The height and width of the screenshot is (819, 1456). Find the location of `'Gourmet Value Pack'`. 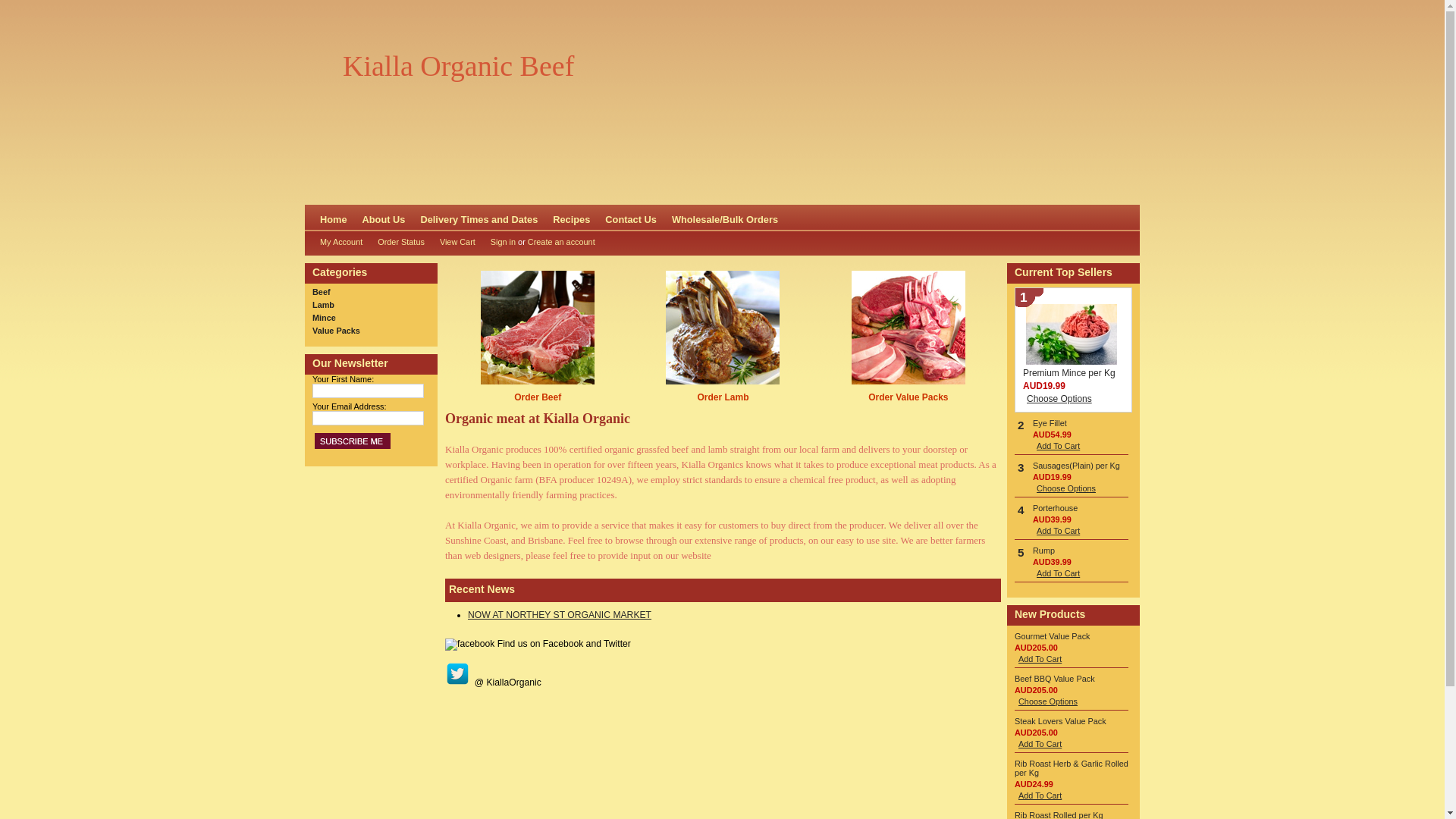

'Gourmet Value Pack' is located at coordinates (1015, 636).